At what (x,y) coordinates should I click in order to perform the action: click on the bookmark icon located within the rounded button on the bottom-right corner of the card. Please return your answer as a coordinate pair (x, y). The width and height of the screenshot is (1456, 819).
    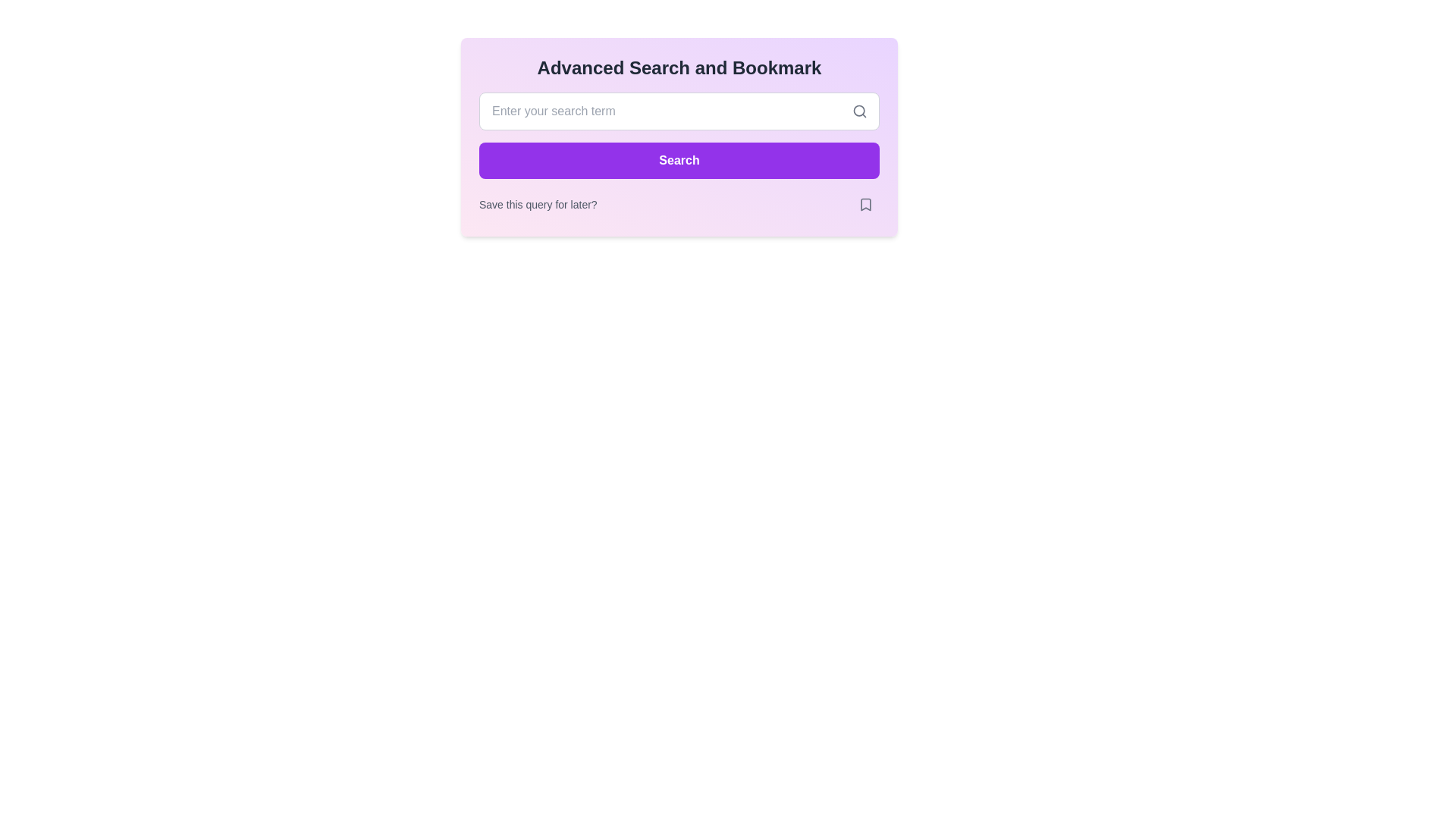
    Looking at the image, I should click on (866, 205).